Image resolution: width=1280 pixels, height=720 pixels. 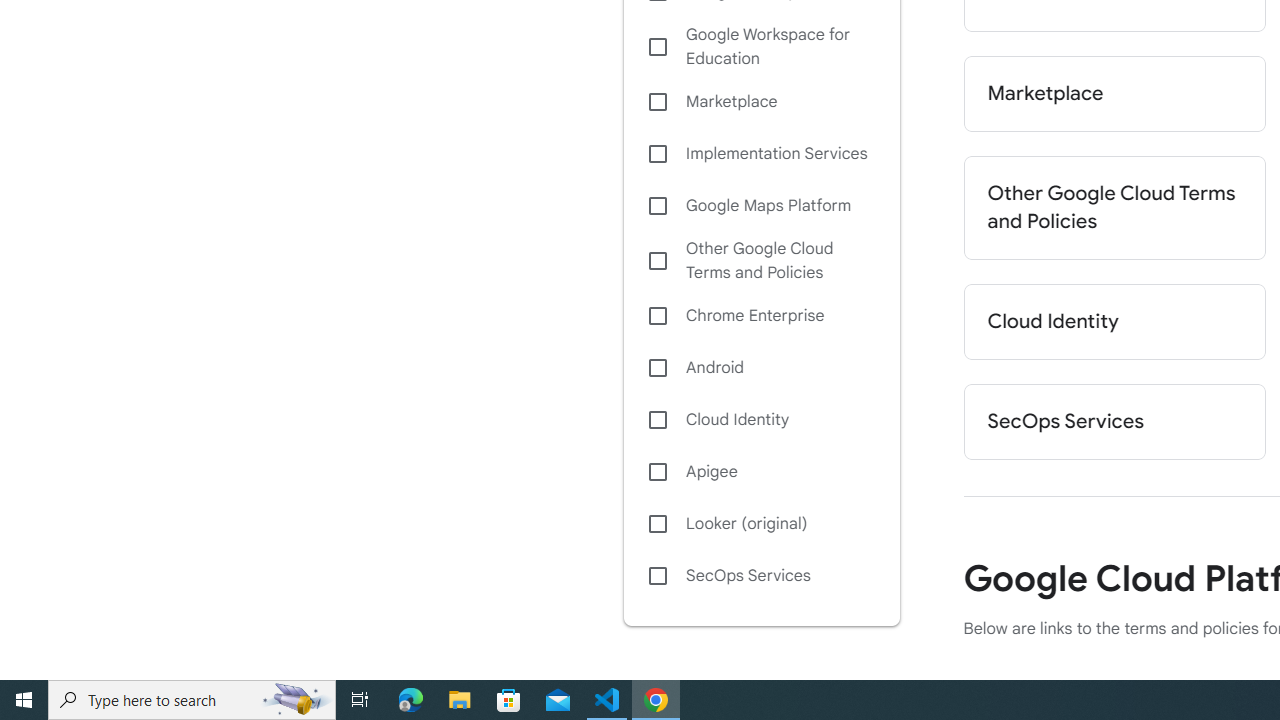 I want to click on 'Looker (original)', so click(x=760, y=523).